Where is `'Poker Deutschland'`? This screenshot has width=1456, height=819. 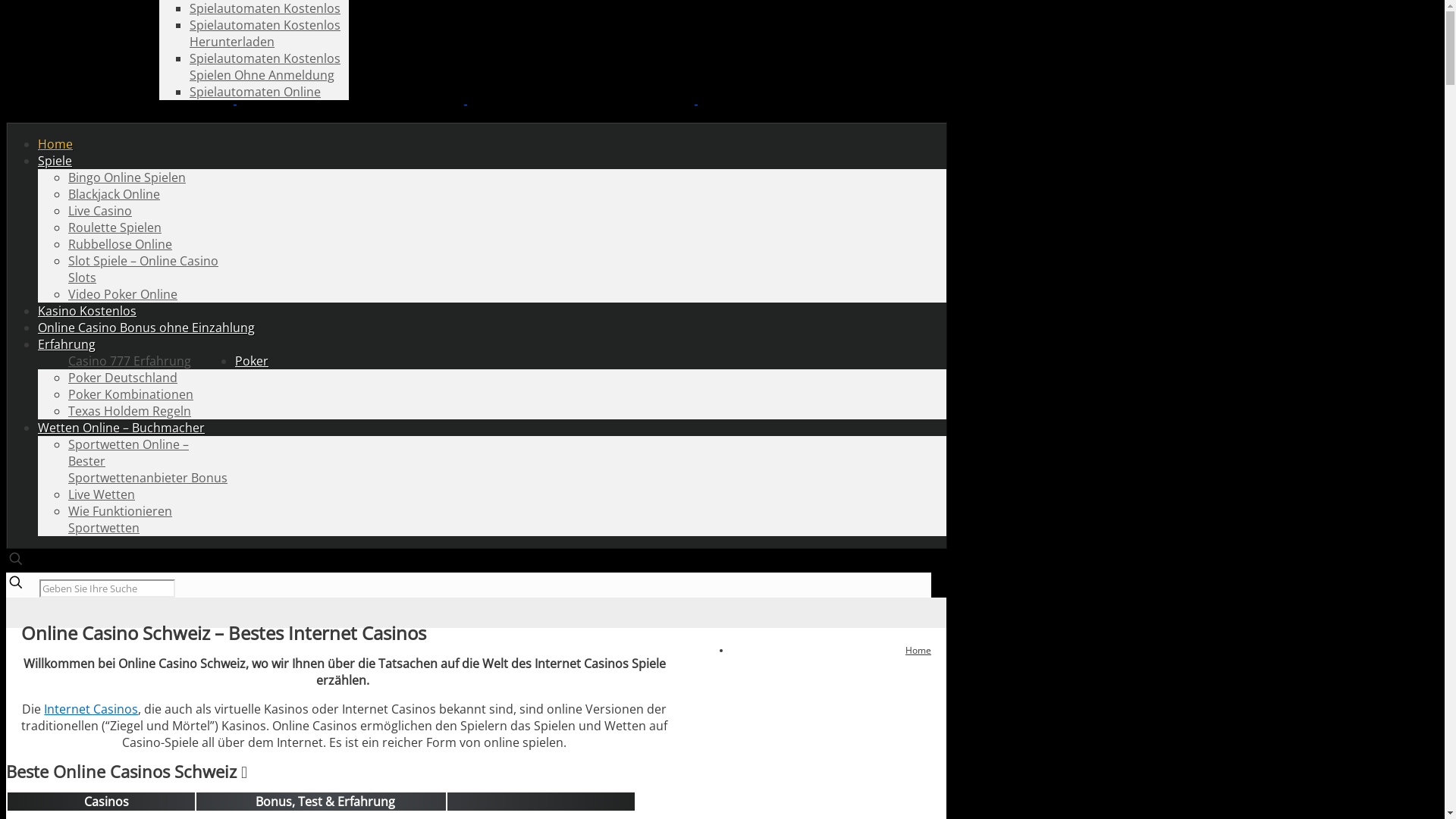
'Poker Deutschland' is located at coordinates (123, 376).